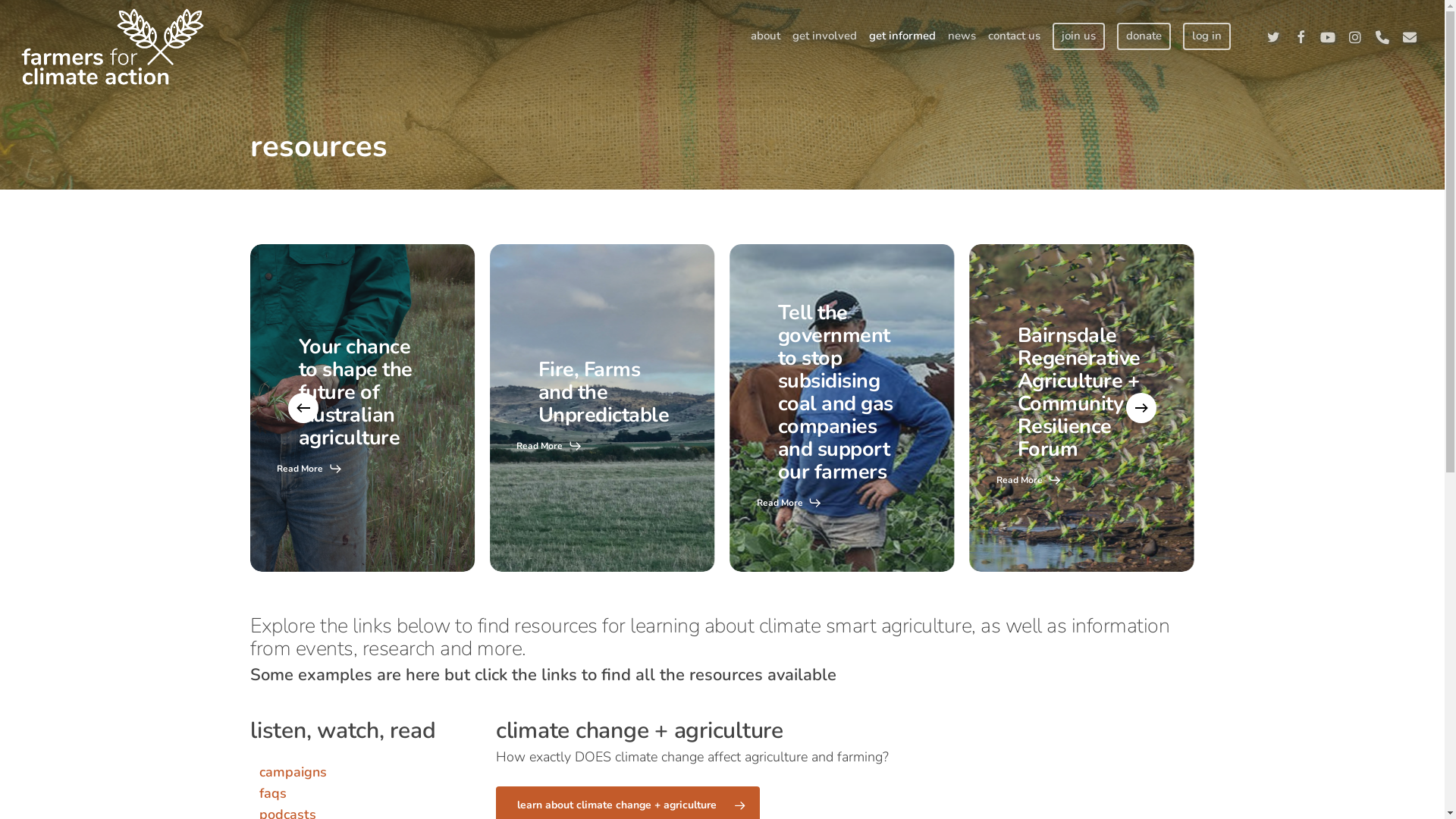 Image resolution: width=1456 pixels, height=819 pixels. I want to click on 'Your chance to shape the future of Australian agriculture', so click(355, 391).